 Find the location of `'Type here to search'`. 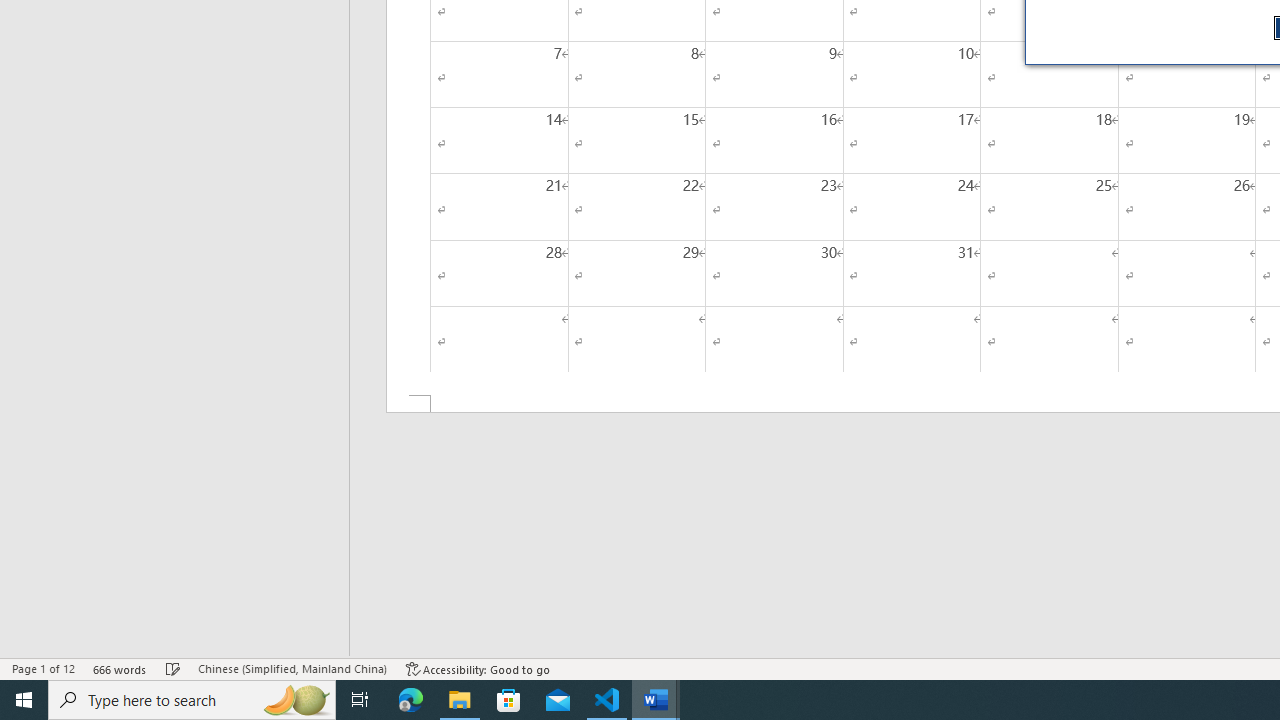

'Type here to search' is located at coordinates (192, 698).